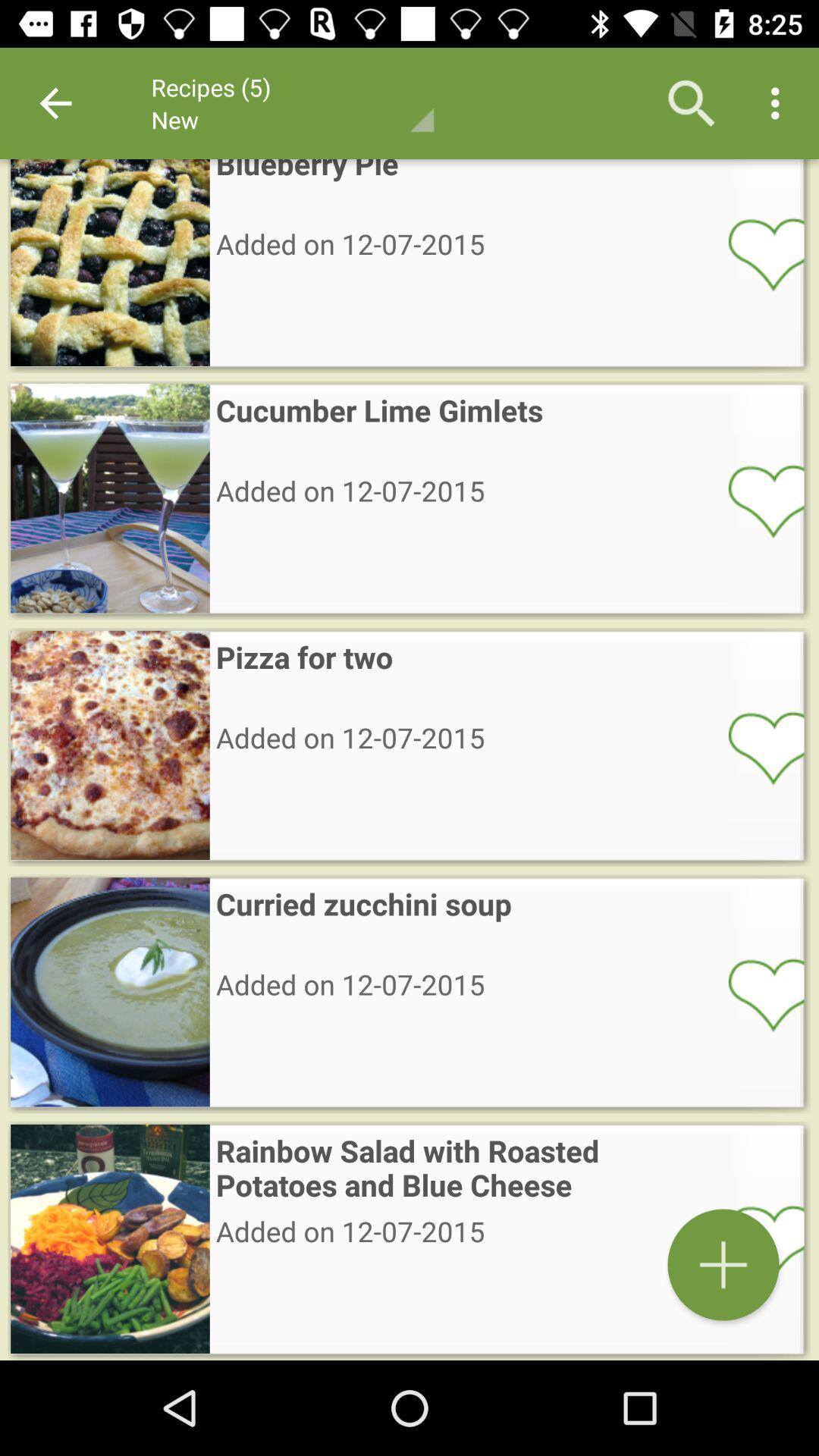  Describe the element at coordinates (756, 747) in the screenshot. I see `love the recipe` at that location.